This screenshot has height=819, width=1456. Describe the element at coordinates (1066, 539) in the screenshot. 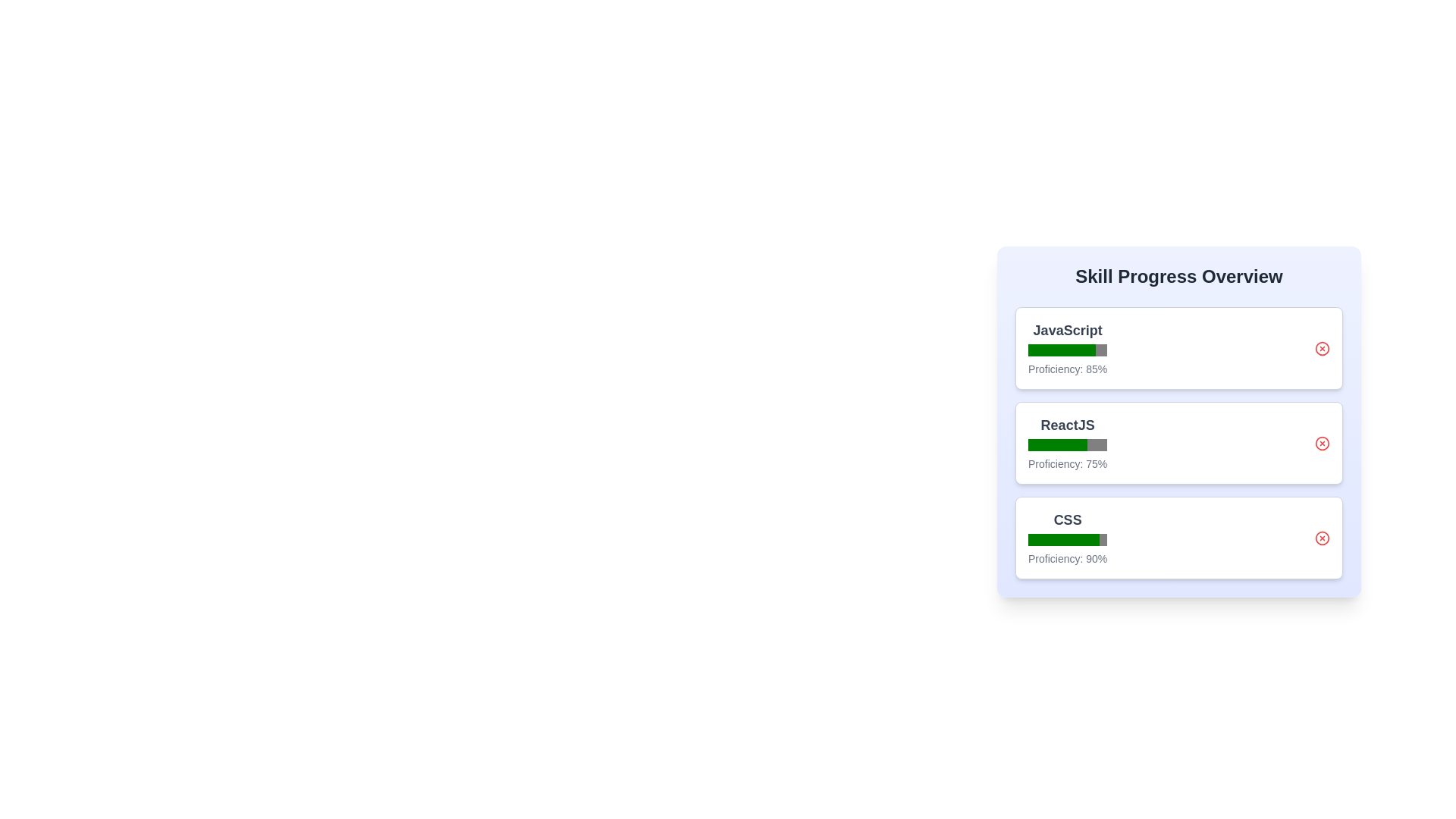

I see `the progress bar for CSS to view its proficiency` at that location.